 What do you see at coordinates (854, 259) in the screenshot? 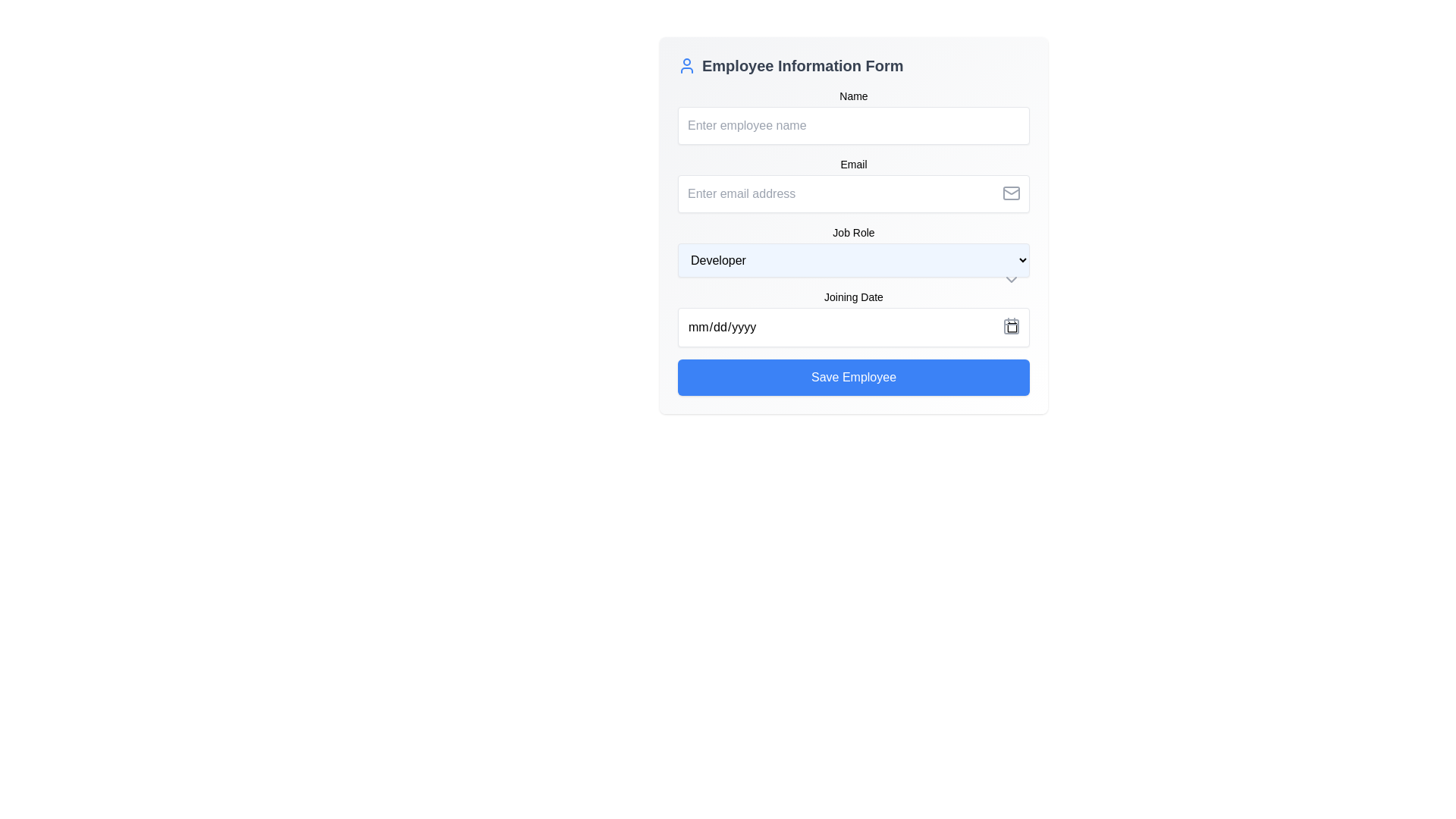
I see `an option from the dropdown menu labeled 'Developer' with a light blue background located in the center of the form, below the 'Job Role' label` at bounding box center [854, 259].